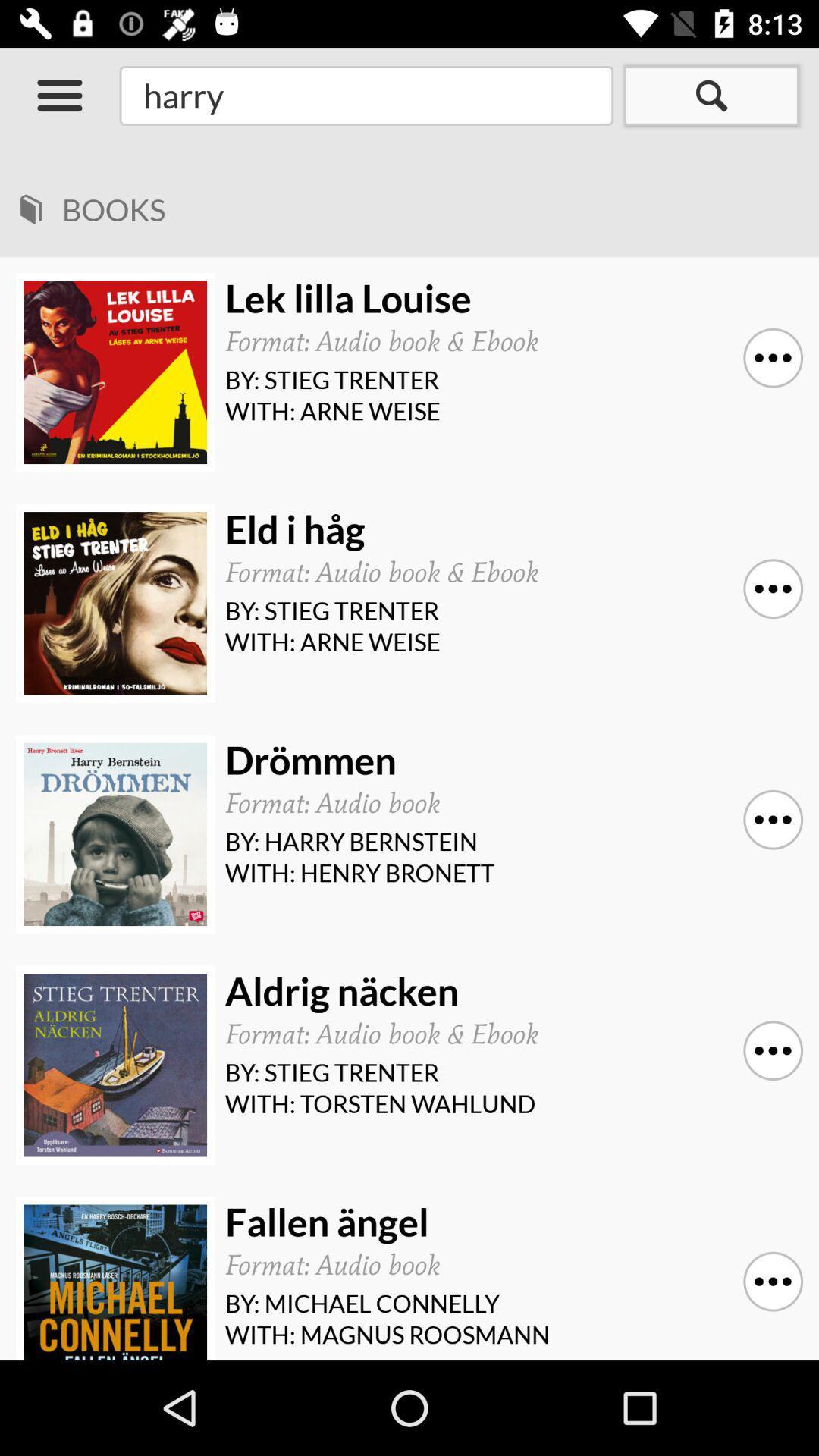 This screenshot has height=1456, width=819. Describe the element at coordinates (420, 204) in the screenshot. I see `books` at that location.